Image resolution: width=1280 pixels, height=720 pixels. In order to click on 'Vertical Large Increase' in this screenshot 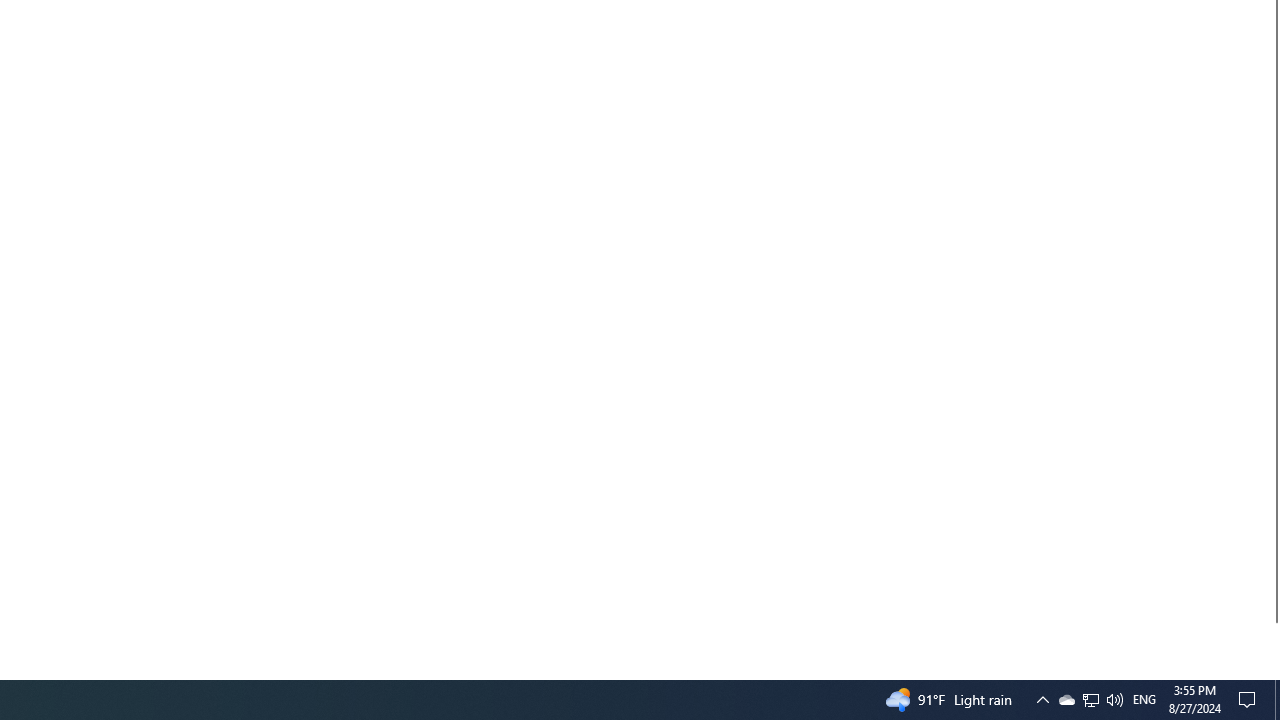, I will do `click(1271, 643)`.